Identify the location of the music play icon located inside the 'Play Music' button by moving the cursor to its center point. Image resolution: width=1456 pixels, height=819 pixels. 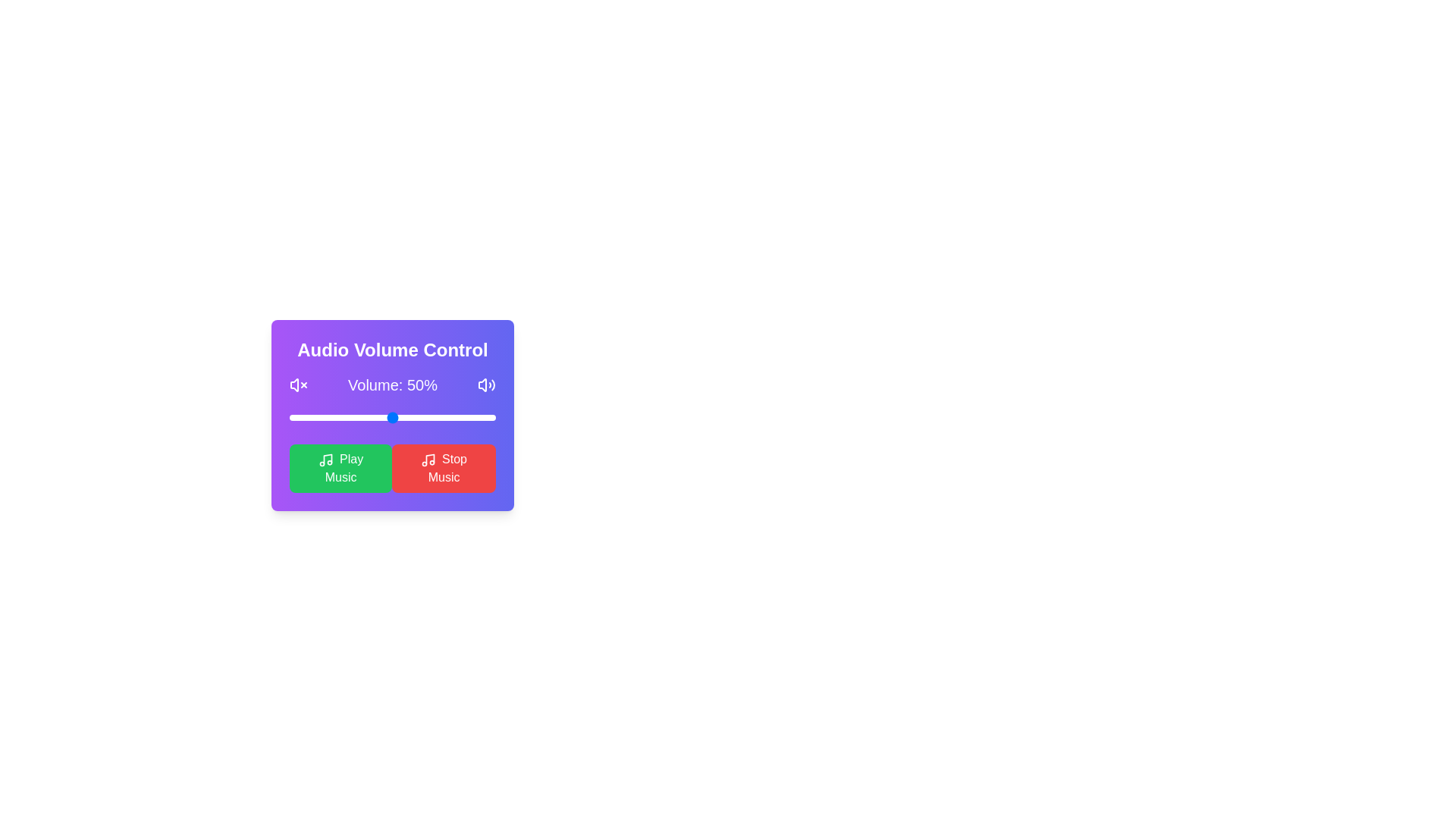
(325, 458).